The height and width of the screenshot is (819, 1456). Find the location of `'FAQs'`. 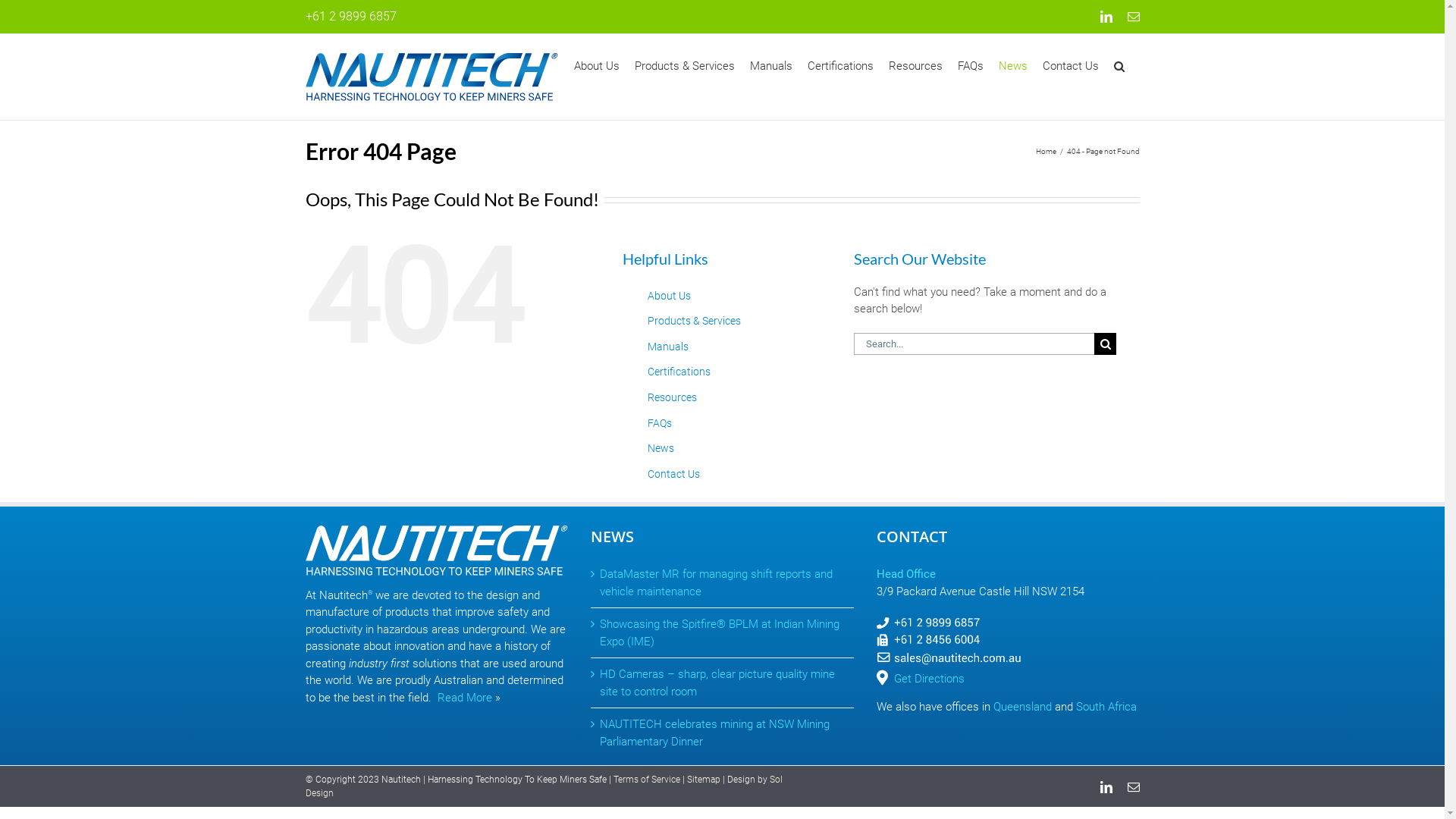

'FAQs' is located at coordinates (659, 423).